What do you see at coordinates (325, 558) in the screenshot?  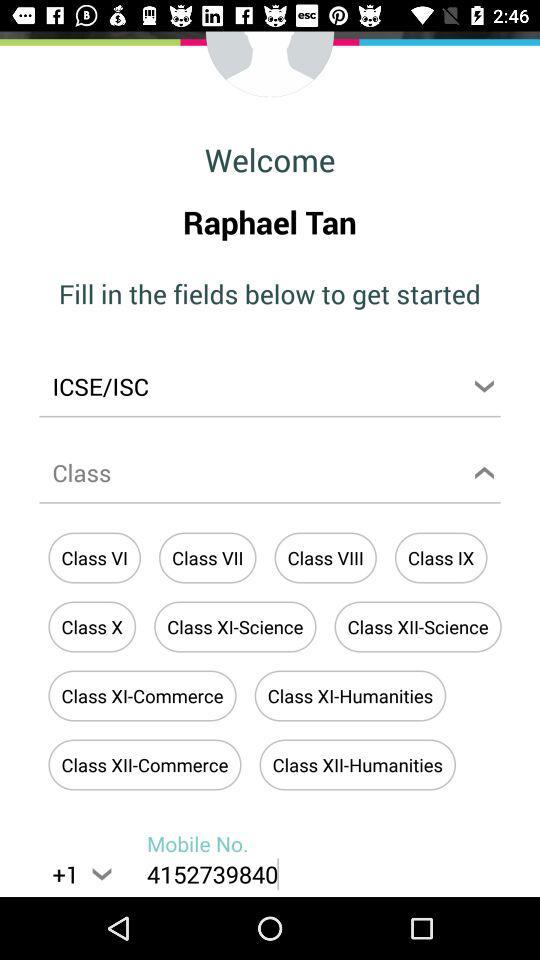 I see `the button between class vii and class ix` at bounding box center [325, 558].